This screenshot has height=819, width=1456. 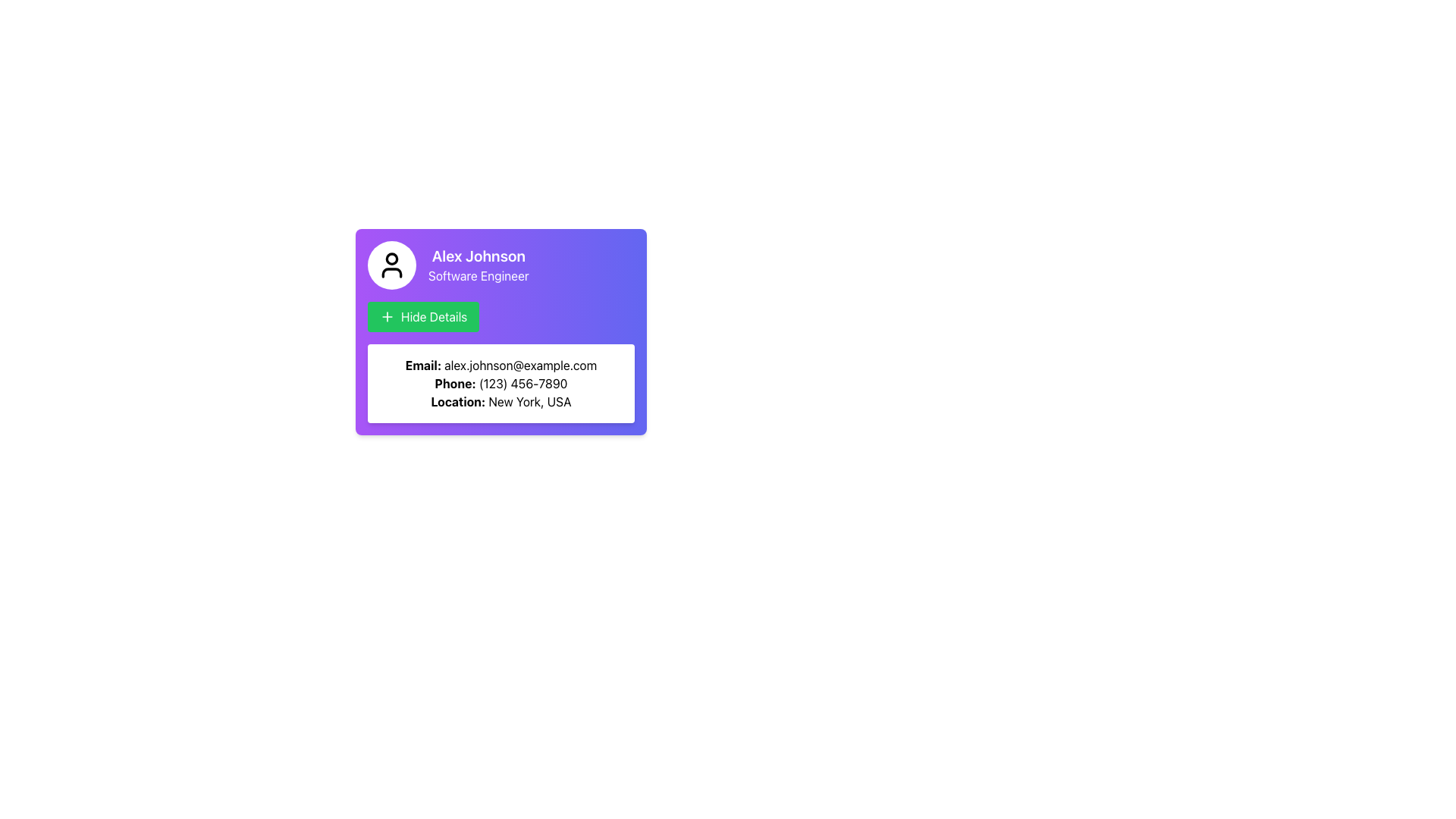 What do you see at coordinates (501, 382) in the screenshot?
I see `phone number displayed in the text label showing 'Phone: (123) 456-7890', which is located within the contact information section of the card` at bounding box center [501, 382].